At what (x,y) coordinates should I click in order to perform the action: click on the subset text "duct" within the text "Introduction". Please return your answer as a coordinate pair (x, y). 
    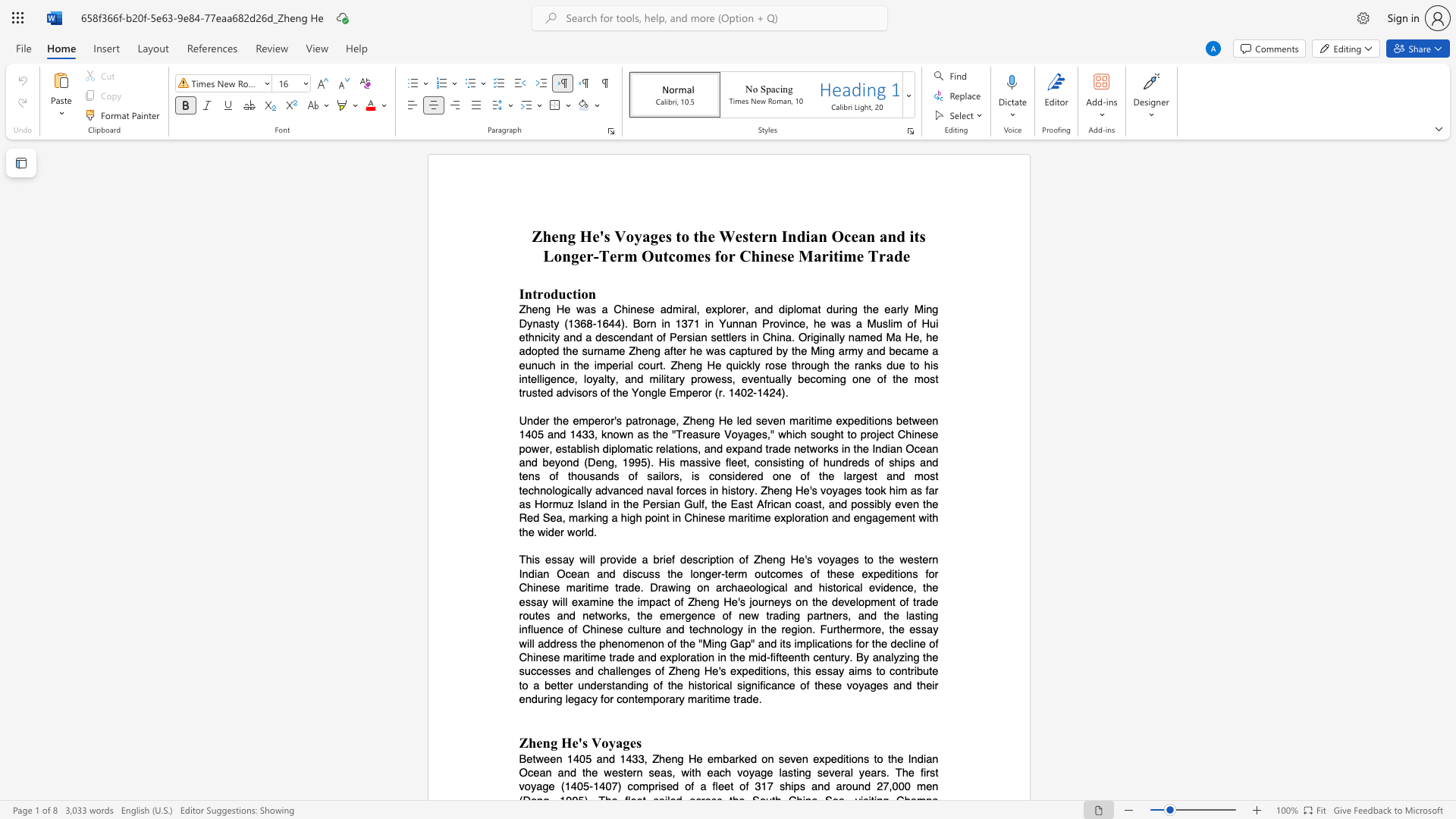
    Looking at the image, I should click on (549, 293).